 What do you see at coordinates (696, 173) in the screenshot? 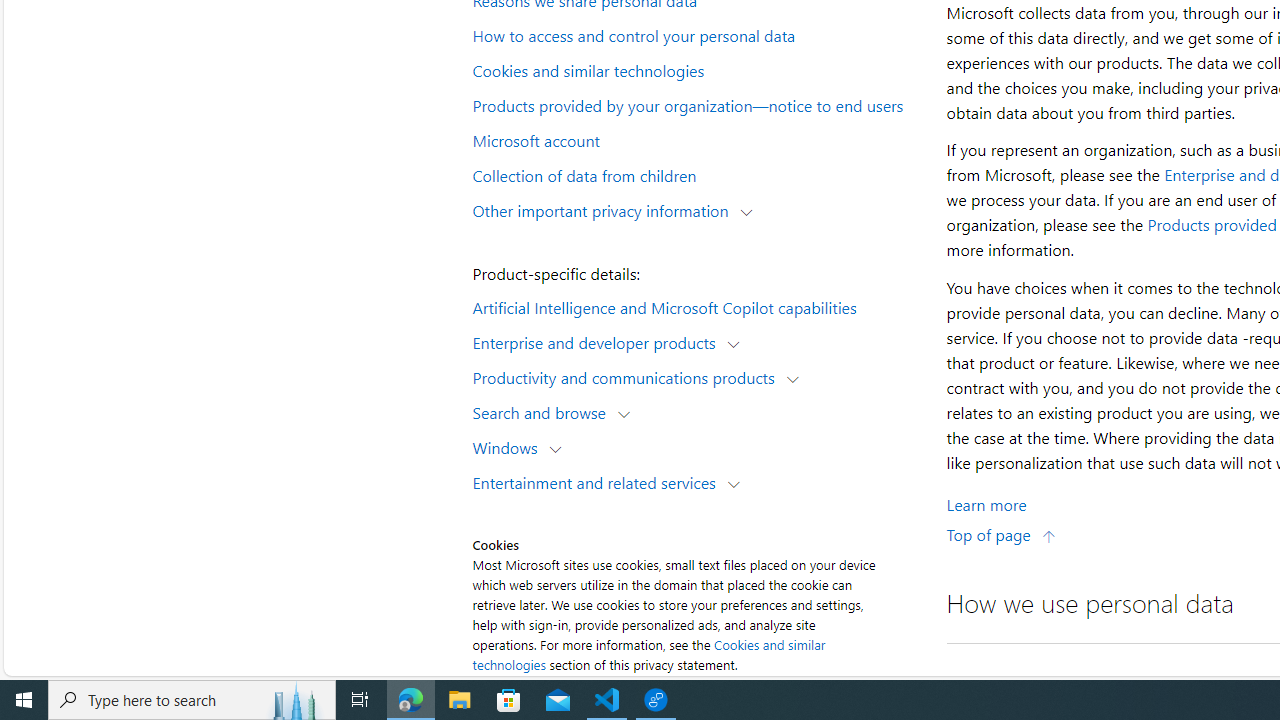
I see `'Collection of data from children'` at bounding box center [696, 173].